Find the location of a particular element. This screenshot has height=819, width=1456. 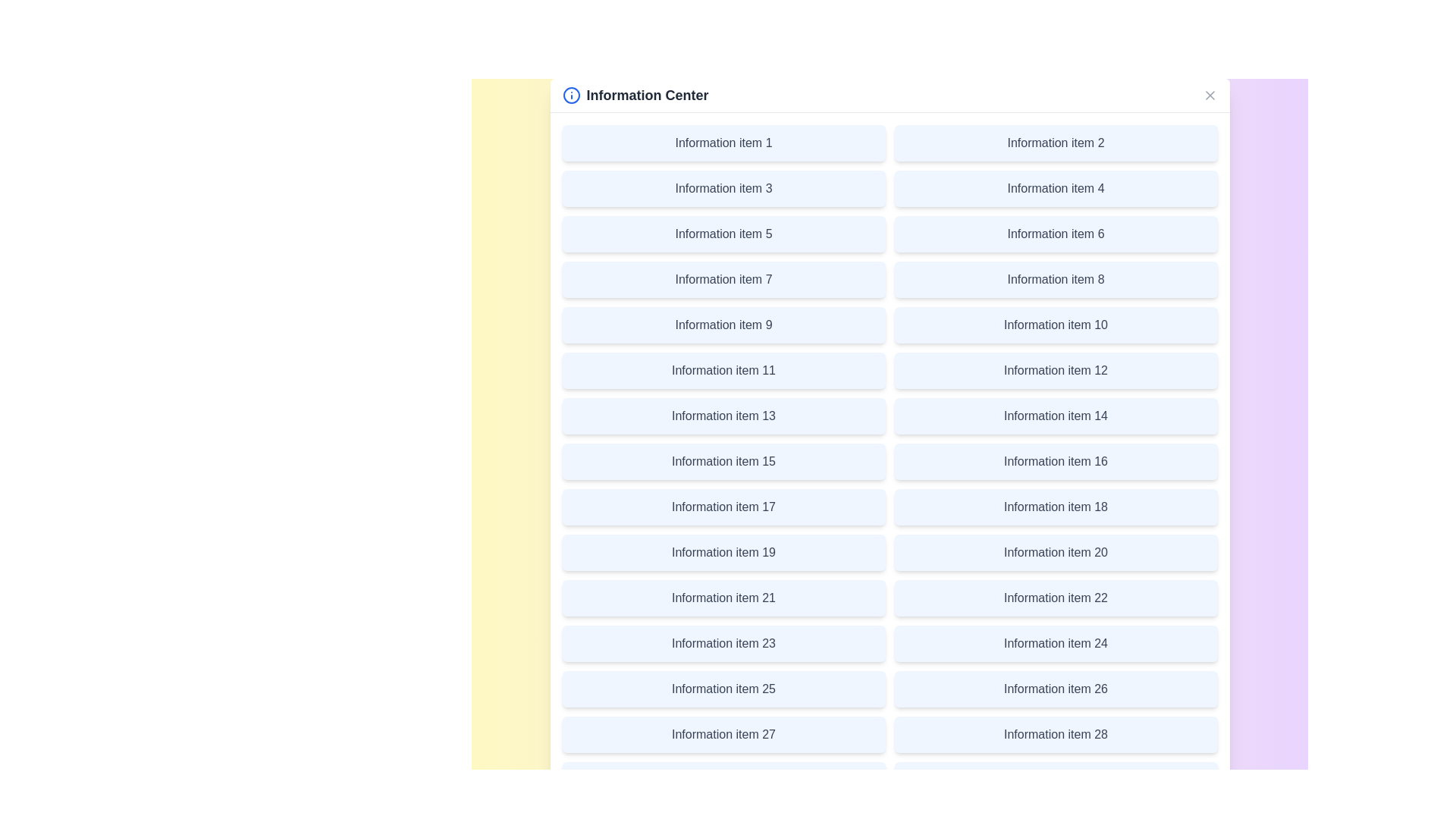

the close button (X) to close the dialog is located at coordinates (1209, 96).